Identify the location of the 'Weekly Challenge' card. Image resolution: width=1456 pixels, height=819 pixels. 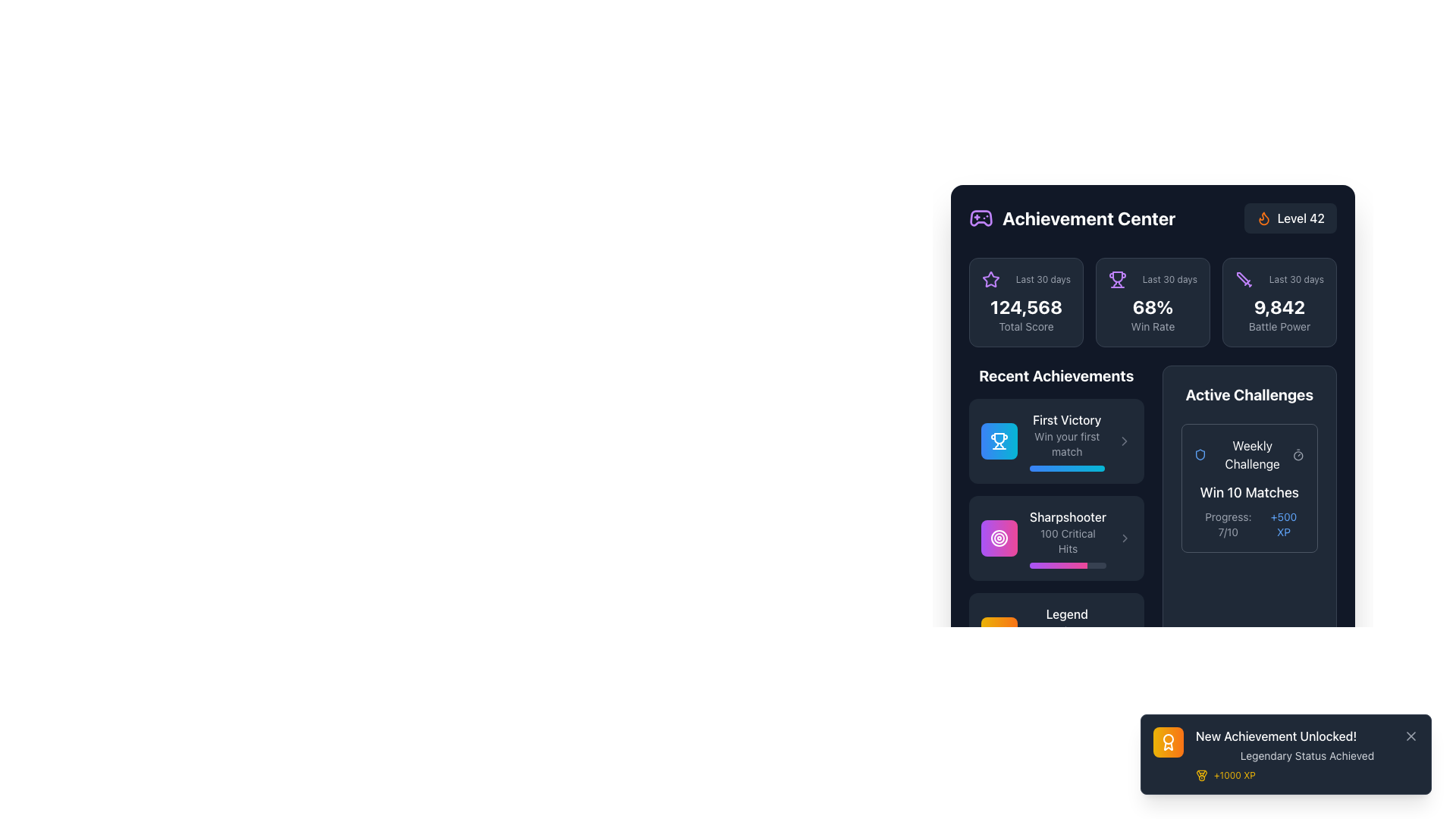
(1249, 488).